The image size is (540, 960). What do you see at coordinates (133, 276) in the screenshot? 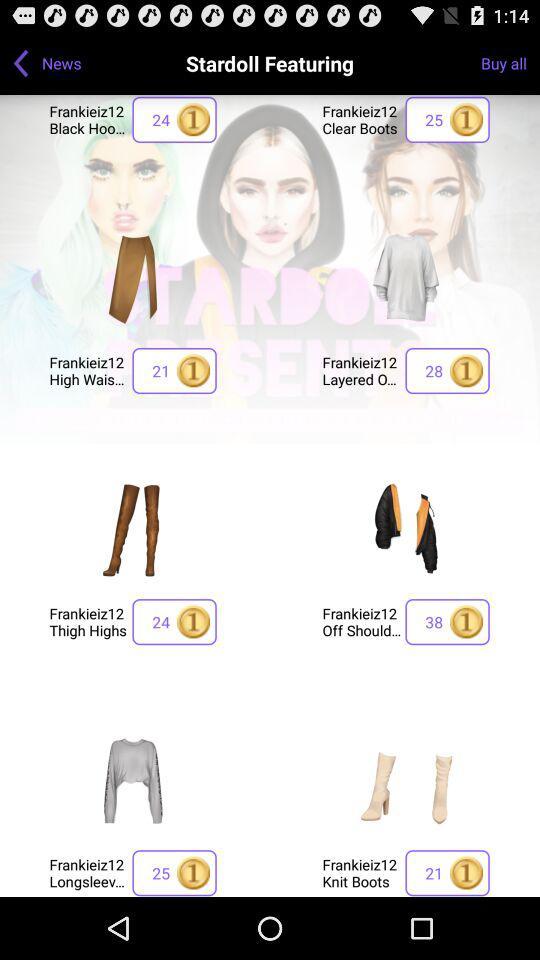
I see `brown split leg skirt` at bounding box center [133, 276].